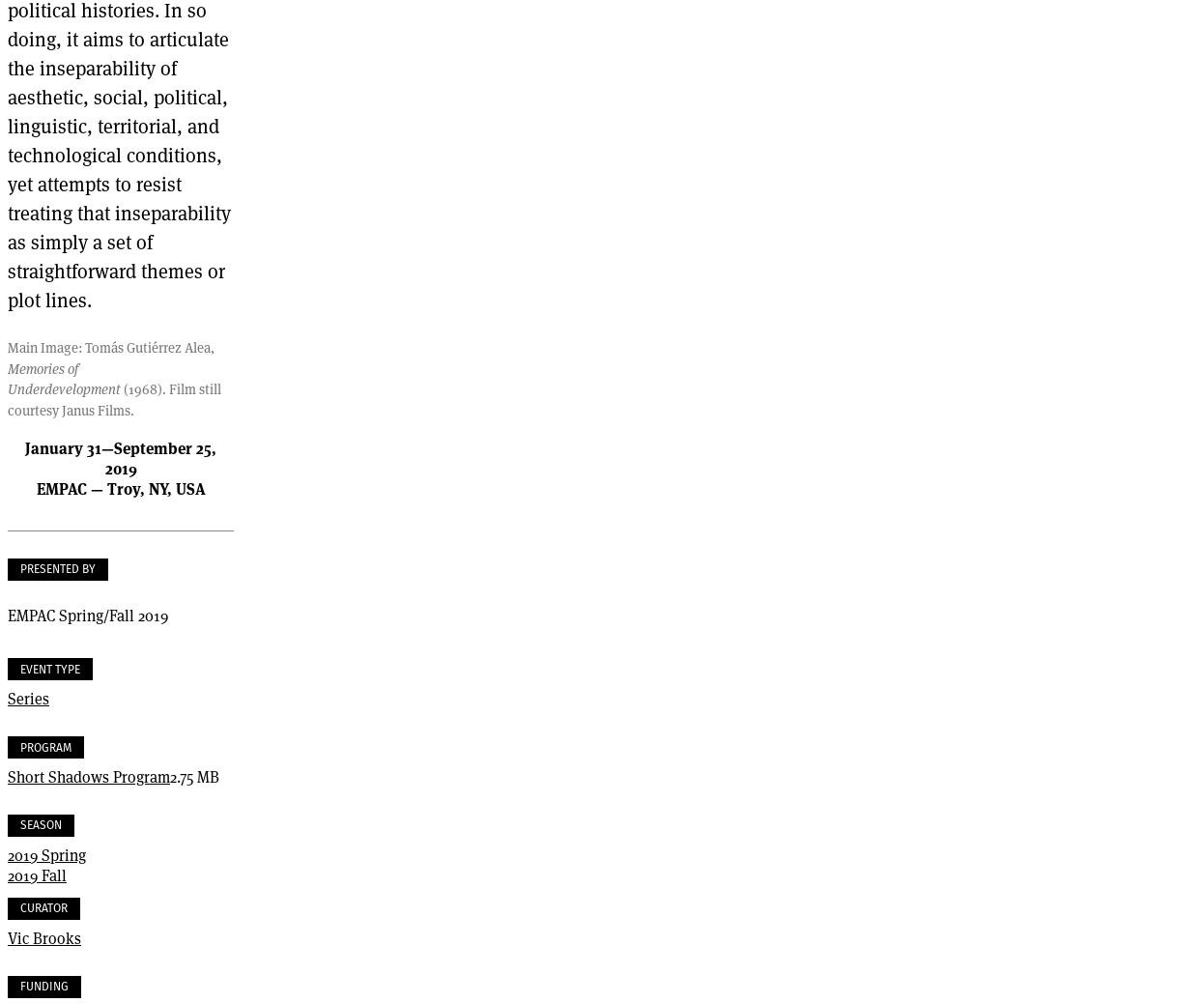 This screenshot has height=1003, width=1204. Describe the element at coordinates (6, 347) in the screenshot. I see `'Main Image: Tomás Gutiérrez Alea,'` at that location.